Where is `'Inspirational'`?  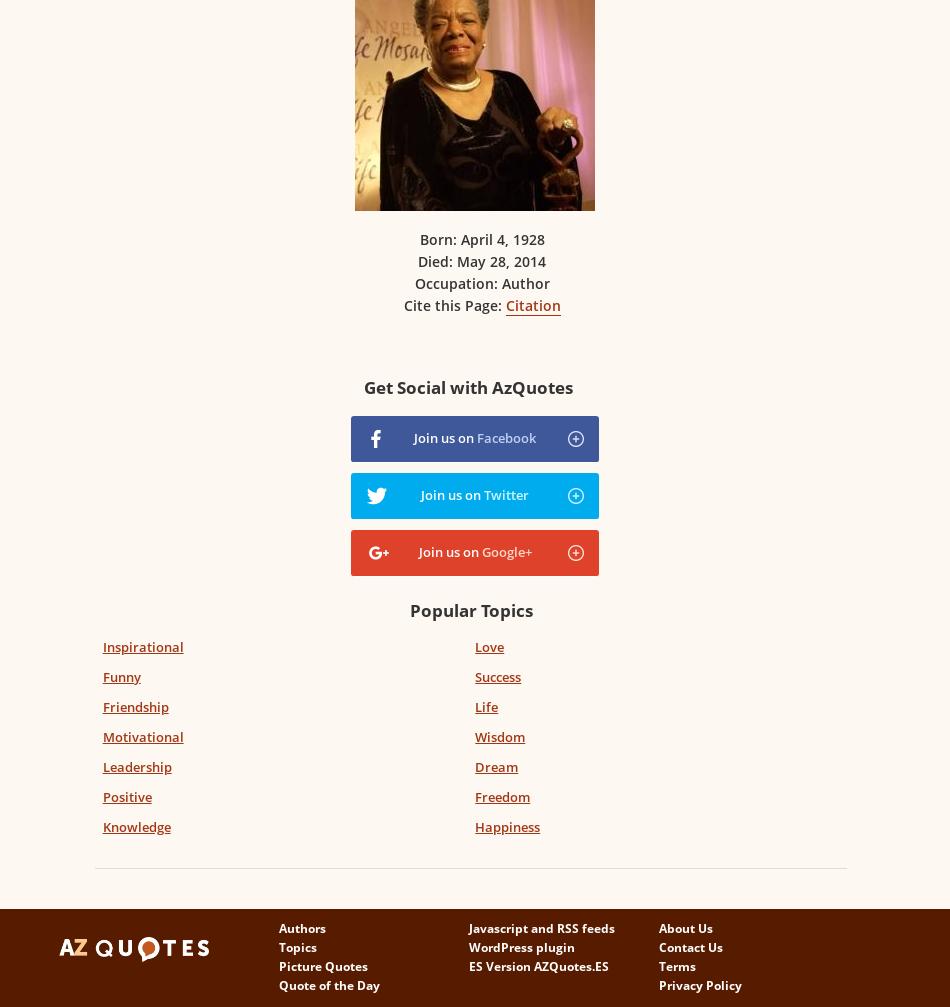
'Inspirational' is located at coordinates (142, 644).